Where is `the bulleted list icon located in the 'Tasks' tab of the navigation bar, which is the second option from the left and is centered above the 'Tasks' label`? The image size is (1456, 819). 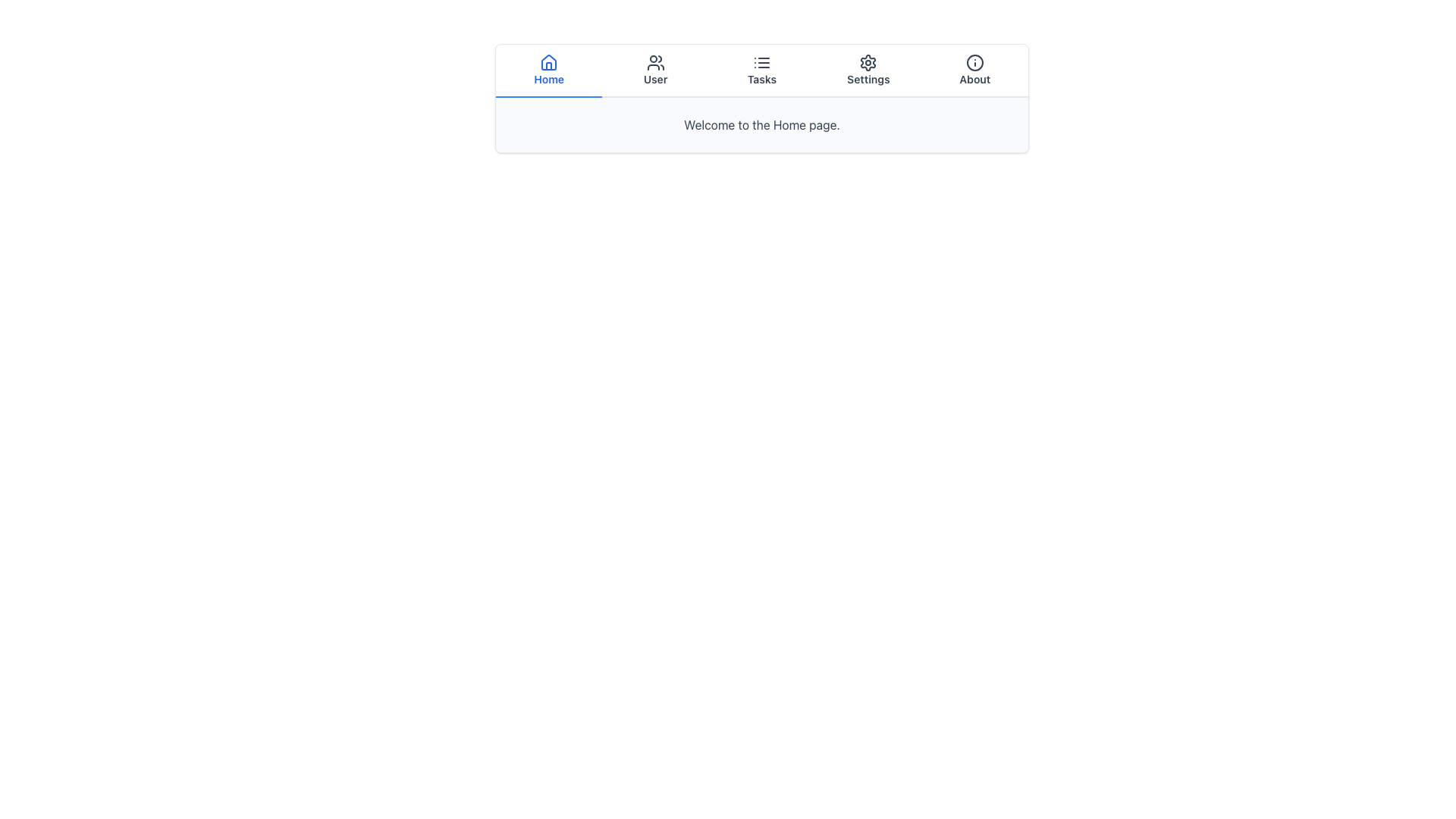 the bulleted list icon located in the 'Tasks' tab of the navigation bar, which is the second option from the left and is centered above the 'Tasks' label is located at coordinates (761, 62).